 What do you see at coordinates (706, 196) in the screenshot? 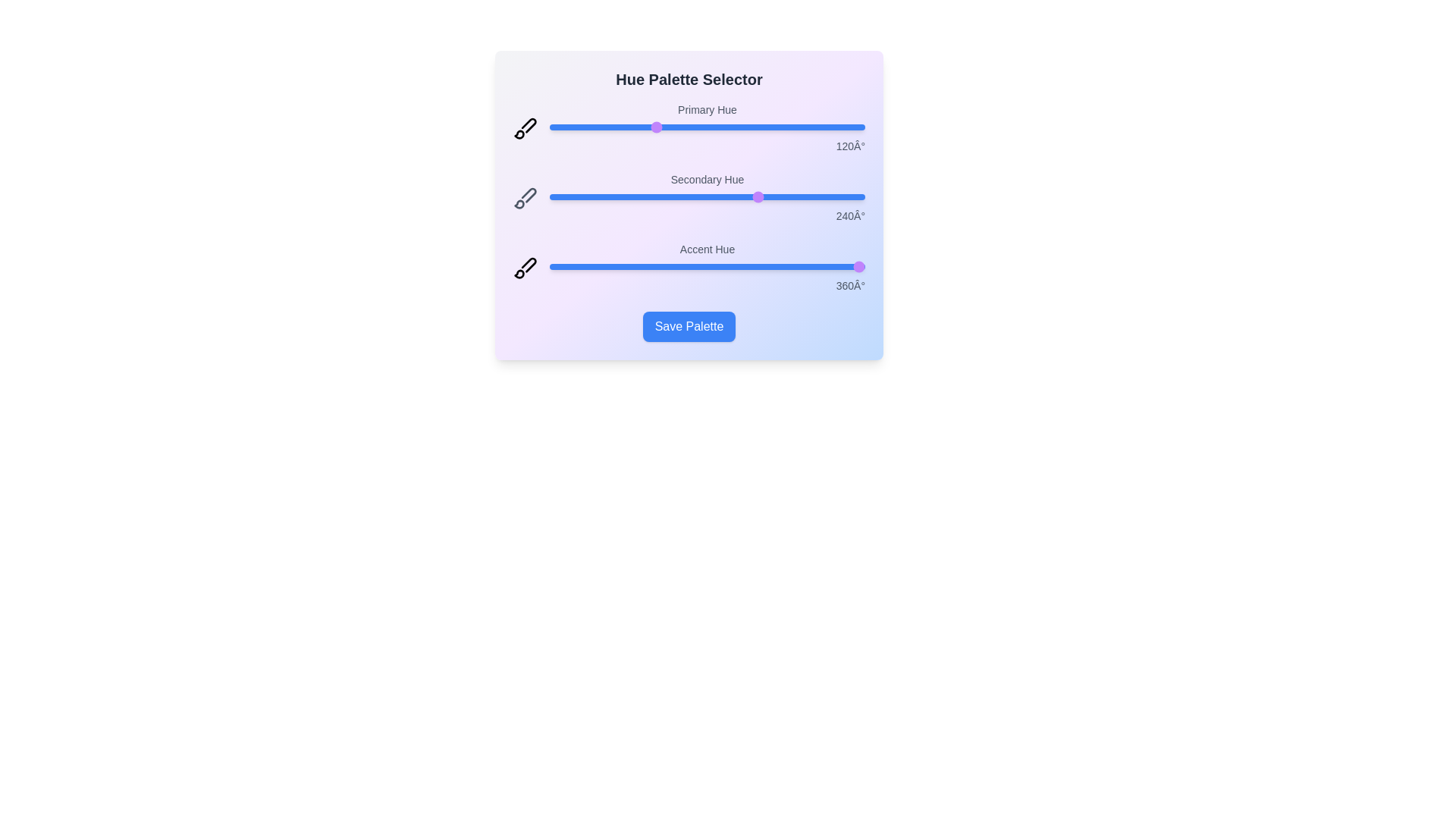
I see `the secondary slider to observe its behavior` at bounding box center [706, 196].